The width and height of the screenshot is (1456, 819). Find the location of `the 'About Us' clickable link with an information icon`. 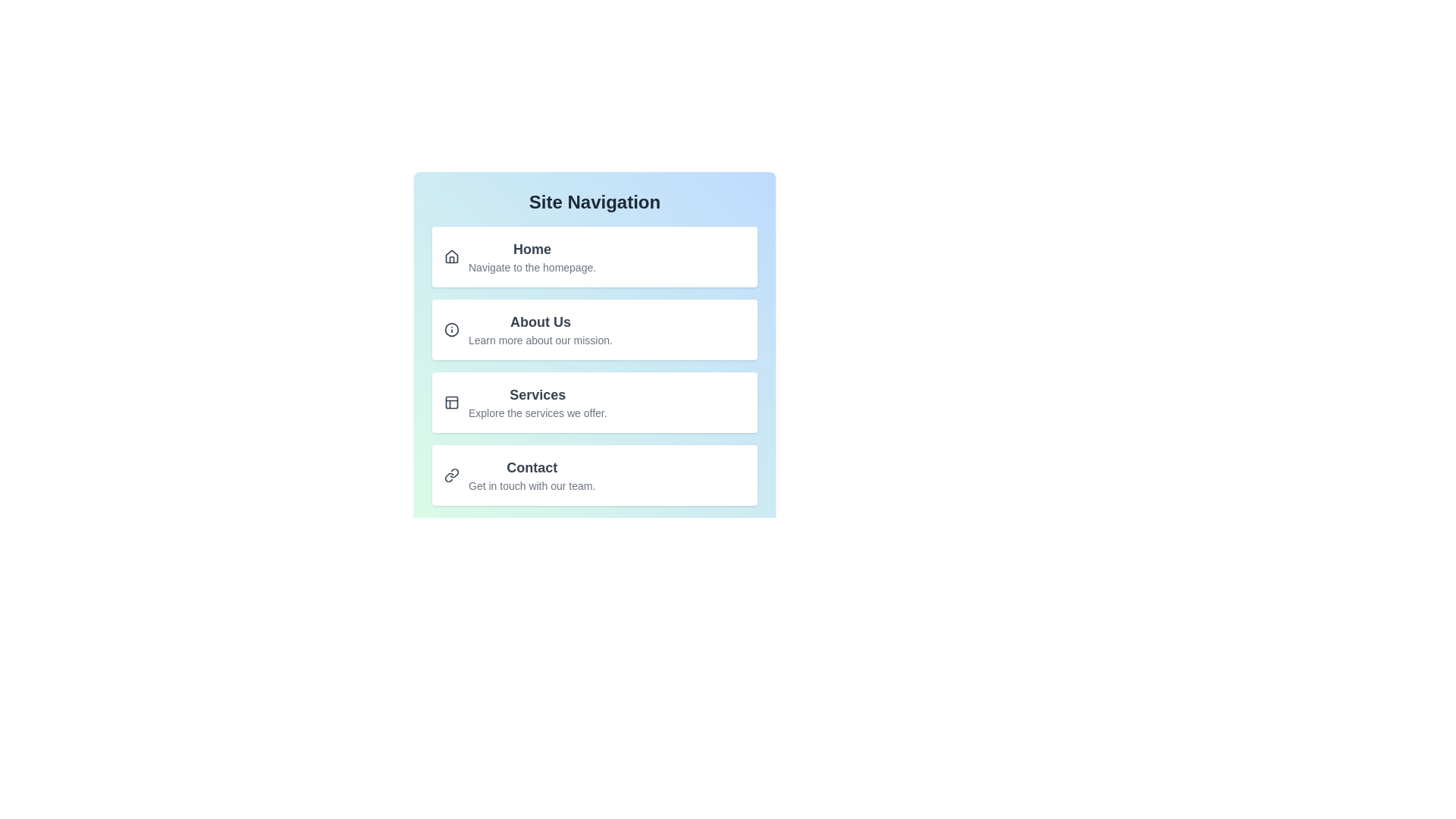

the 'About Us' clickable link with an information icon is located at coordinates (594, 329).